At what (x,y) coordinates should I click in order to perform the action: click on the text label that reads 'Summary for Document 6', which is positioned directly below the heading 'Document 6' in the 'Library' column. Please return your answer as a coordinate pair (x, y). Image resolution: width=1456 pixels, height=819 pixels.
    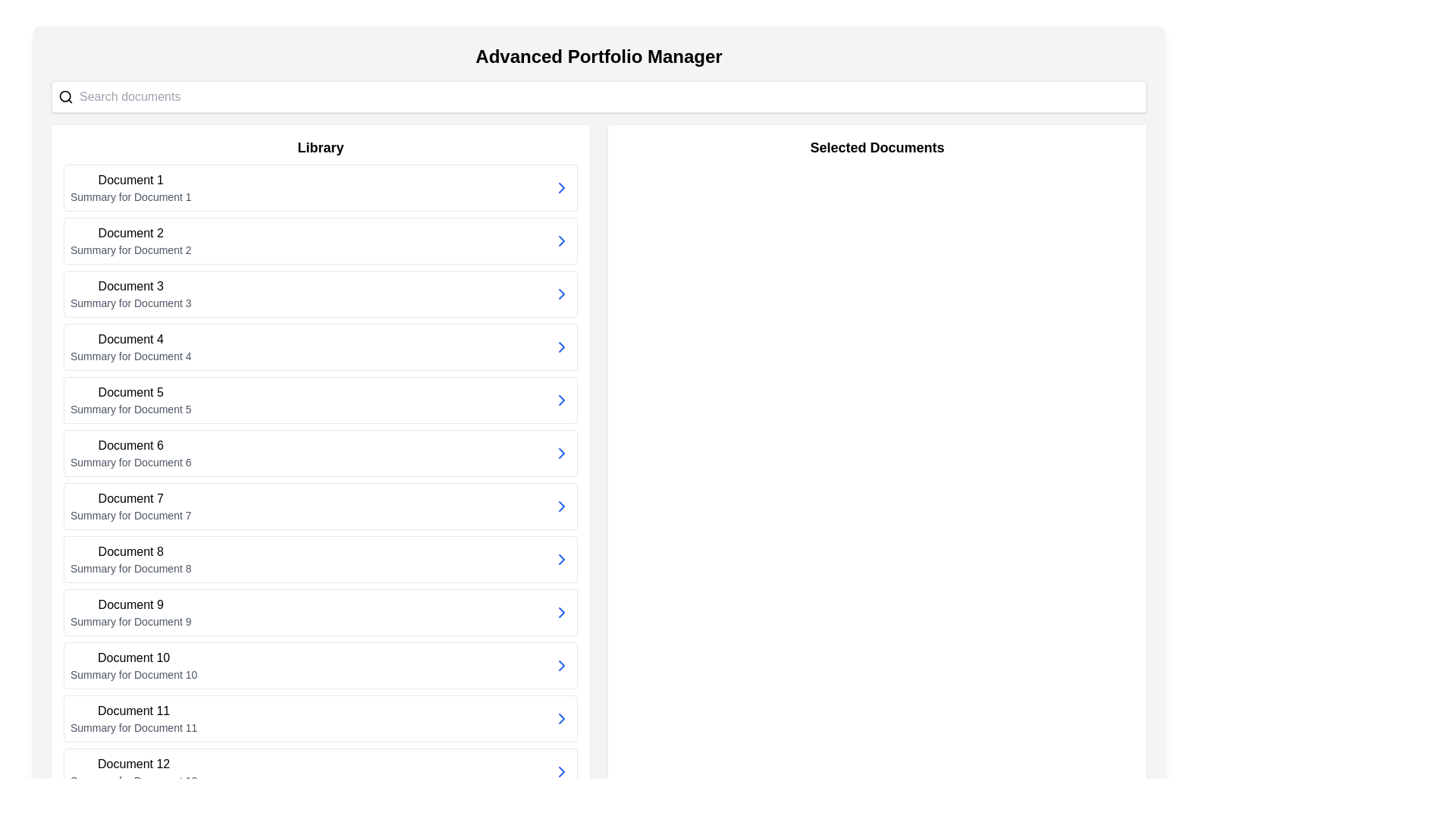
    Looking at the image, I should click on (130, 461).